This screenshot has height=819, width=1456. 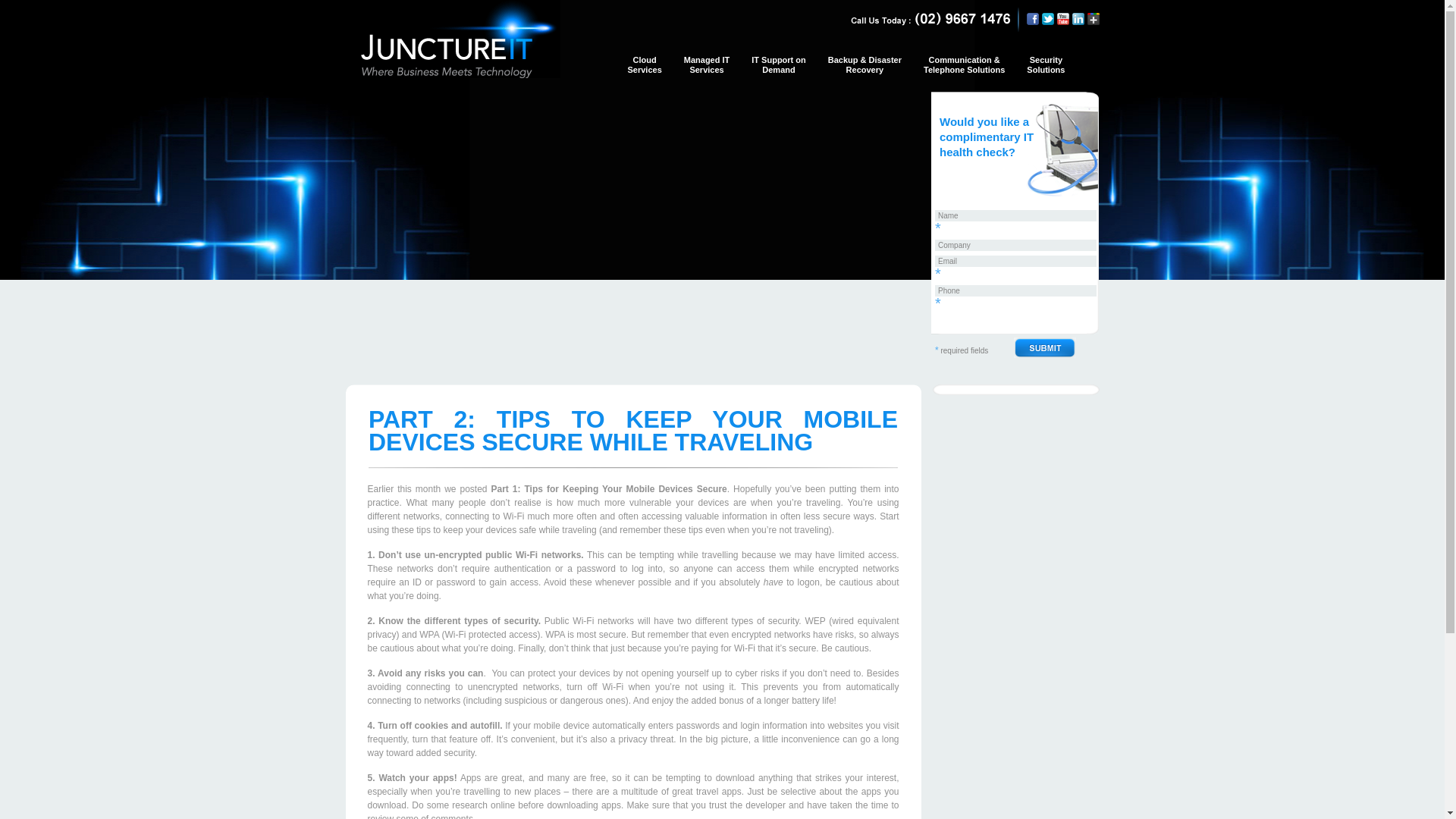 I want to click on 'Security, so click(x=1044, y=69).